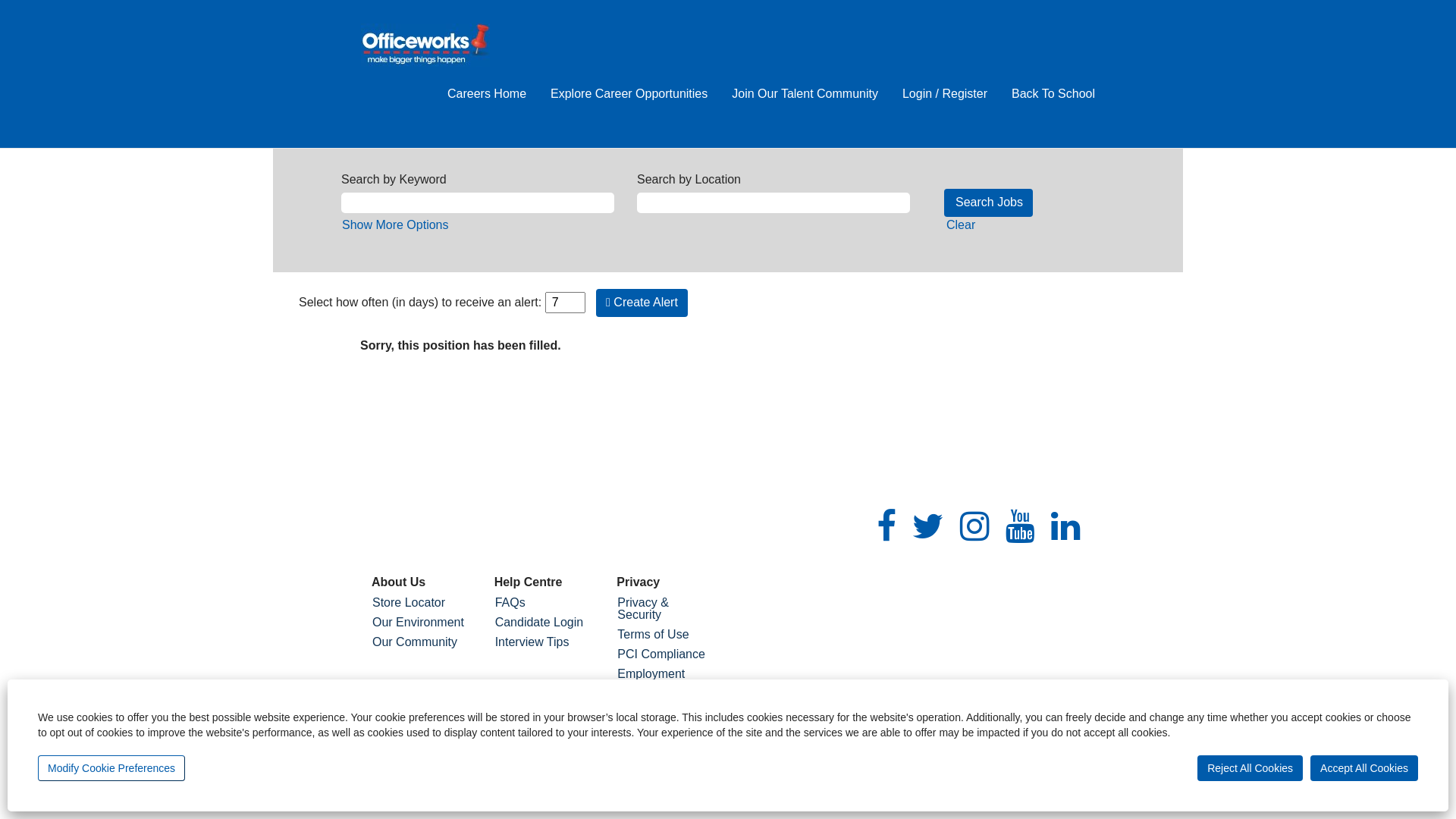  I want to click on 'Careers Home', so click(487, 94).